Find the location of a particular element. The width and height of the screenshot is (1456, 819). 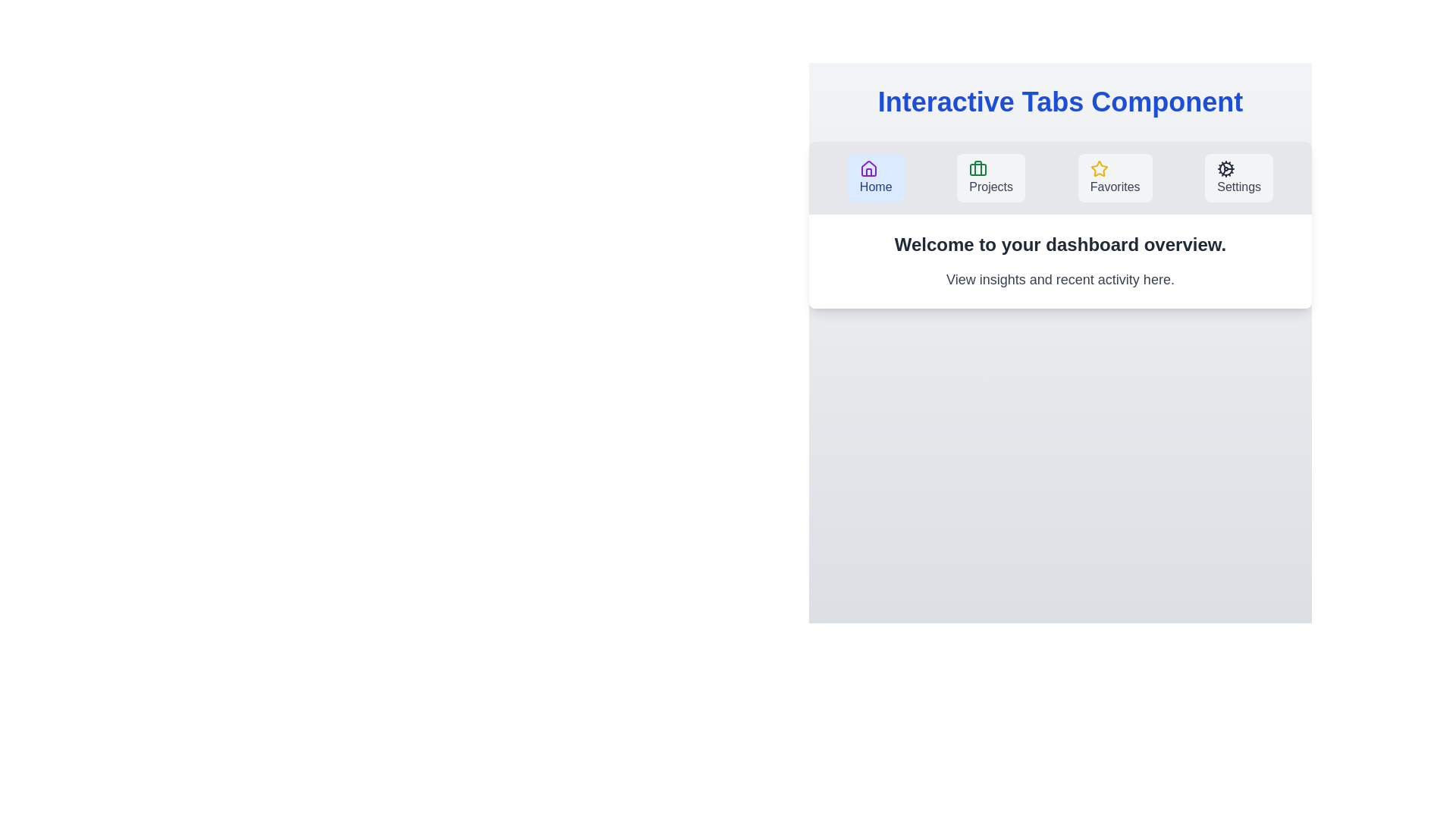

the Settings tab by clicking on its button is located at coordinates (1238, 177).